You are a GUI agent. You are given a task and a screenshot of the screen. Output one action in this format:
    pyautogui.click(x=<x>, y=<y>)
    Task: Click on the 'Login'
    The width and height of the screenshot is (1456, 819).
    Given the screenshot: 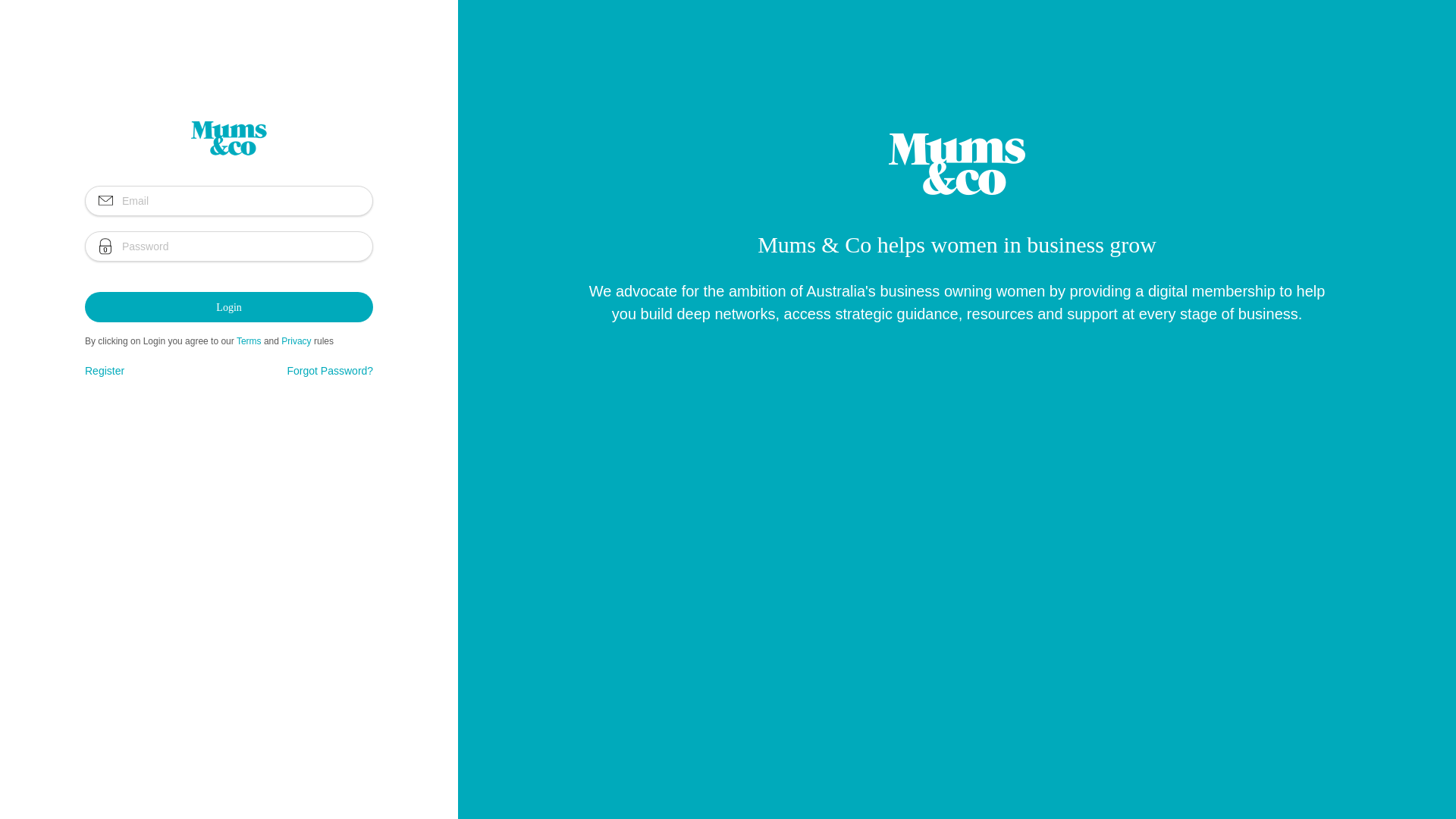 What is the action you would take?
    pyautogui.click(x=228, y=307)
    